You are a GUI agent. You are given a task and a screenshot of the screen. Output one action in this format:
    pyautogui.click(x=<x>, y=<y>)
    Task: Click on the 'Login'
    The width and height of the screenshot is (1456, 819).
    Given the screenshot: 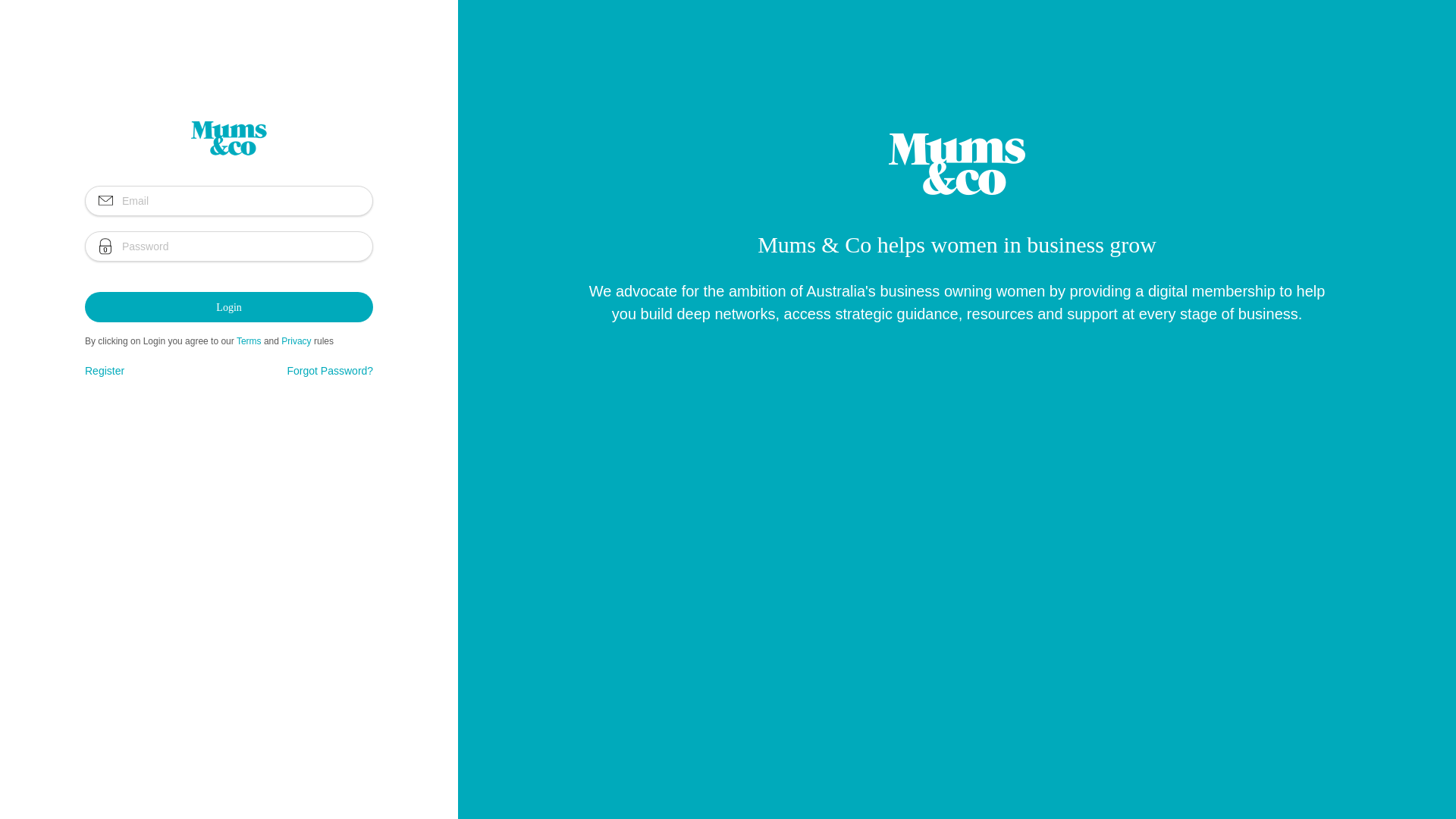 What is the action you would take?
    pyautogui.click(x=228, y=307)
    